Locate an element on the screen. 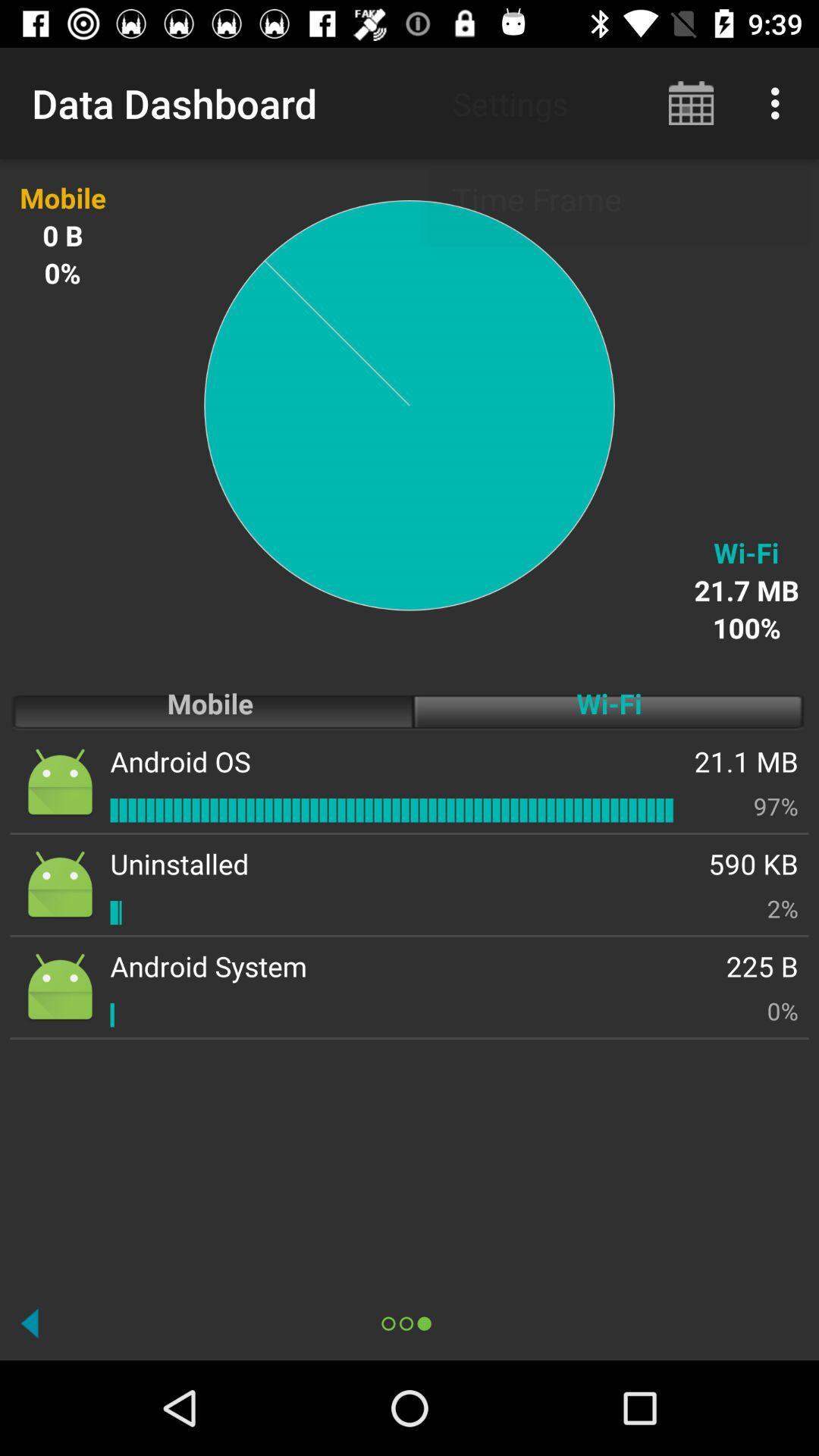  go back is located at coordinates (30, 1323).